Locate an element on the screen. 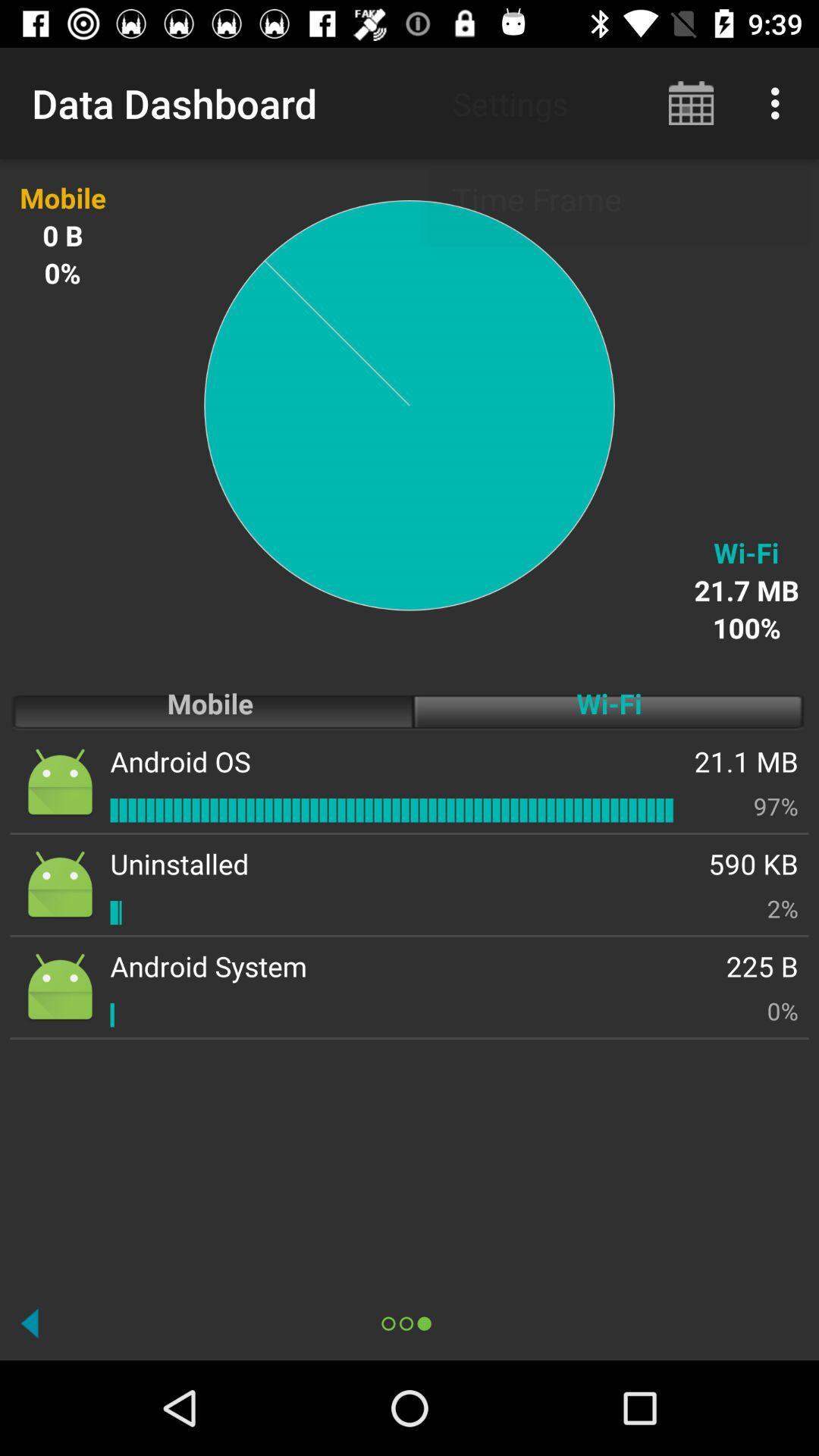  go back is located at coordinates (30, 1323).